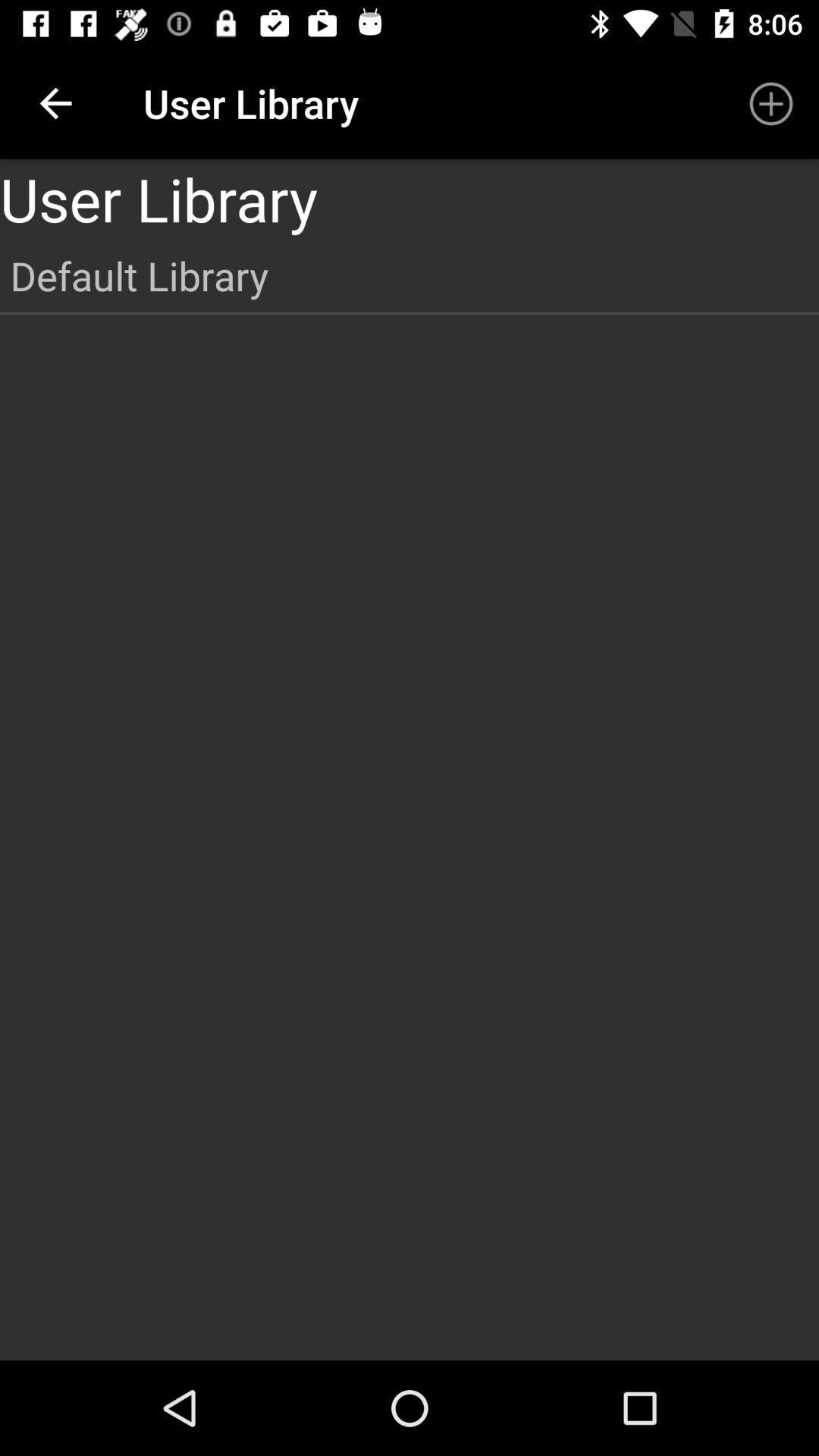 Image resolution: width=819 pixels, height=1456 pixels. I want to click on item above user library item, so click(55, 102).